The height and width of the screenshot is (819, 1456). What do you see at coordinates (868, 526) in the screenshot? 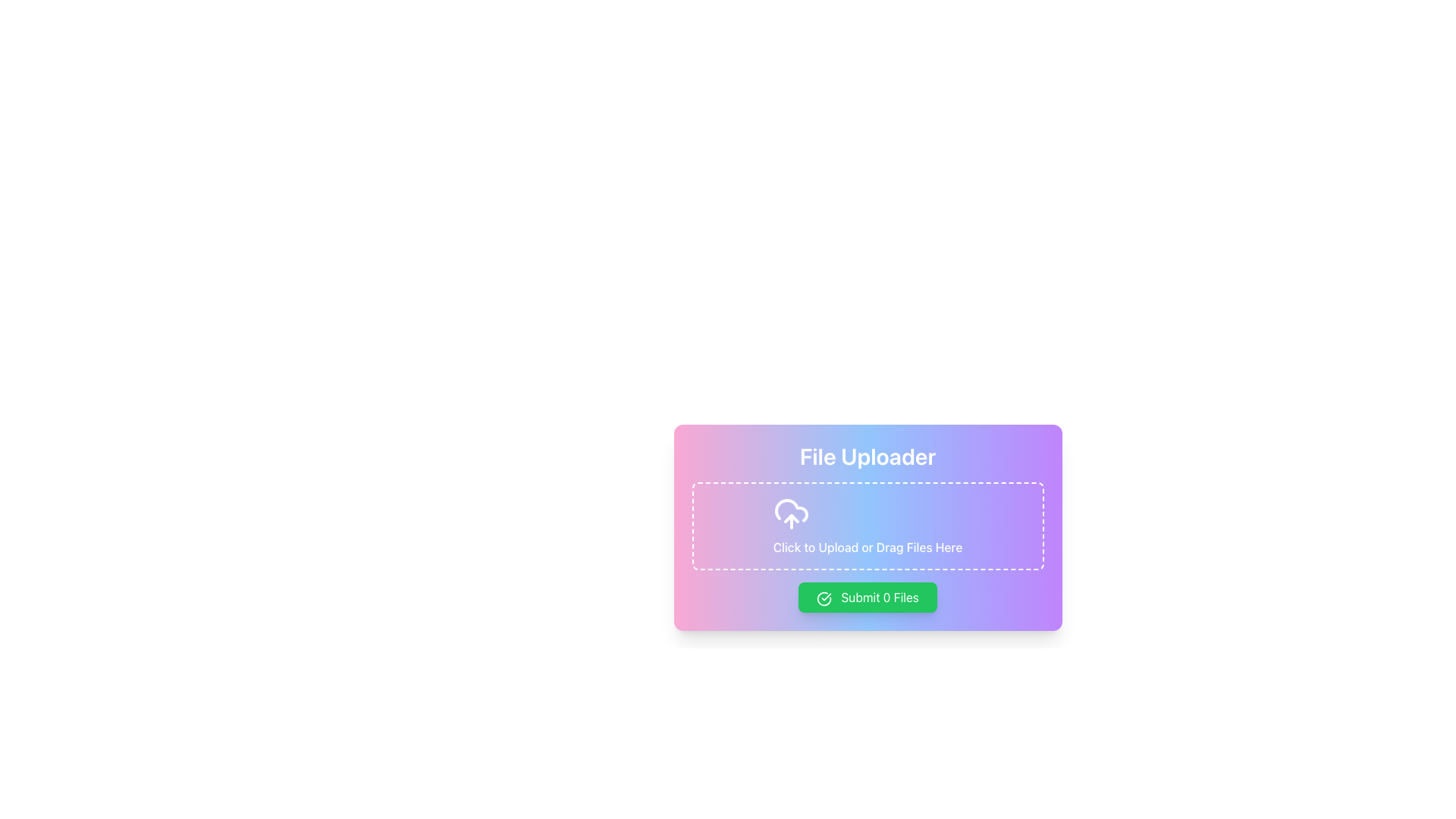
I see `the interactive file uploader area located below the title 'File Uploader' and above the green button labeled 'Submit 0 Files'` at bounding box center [868, 526].